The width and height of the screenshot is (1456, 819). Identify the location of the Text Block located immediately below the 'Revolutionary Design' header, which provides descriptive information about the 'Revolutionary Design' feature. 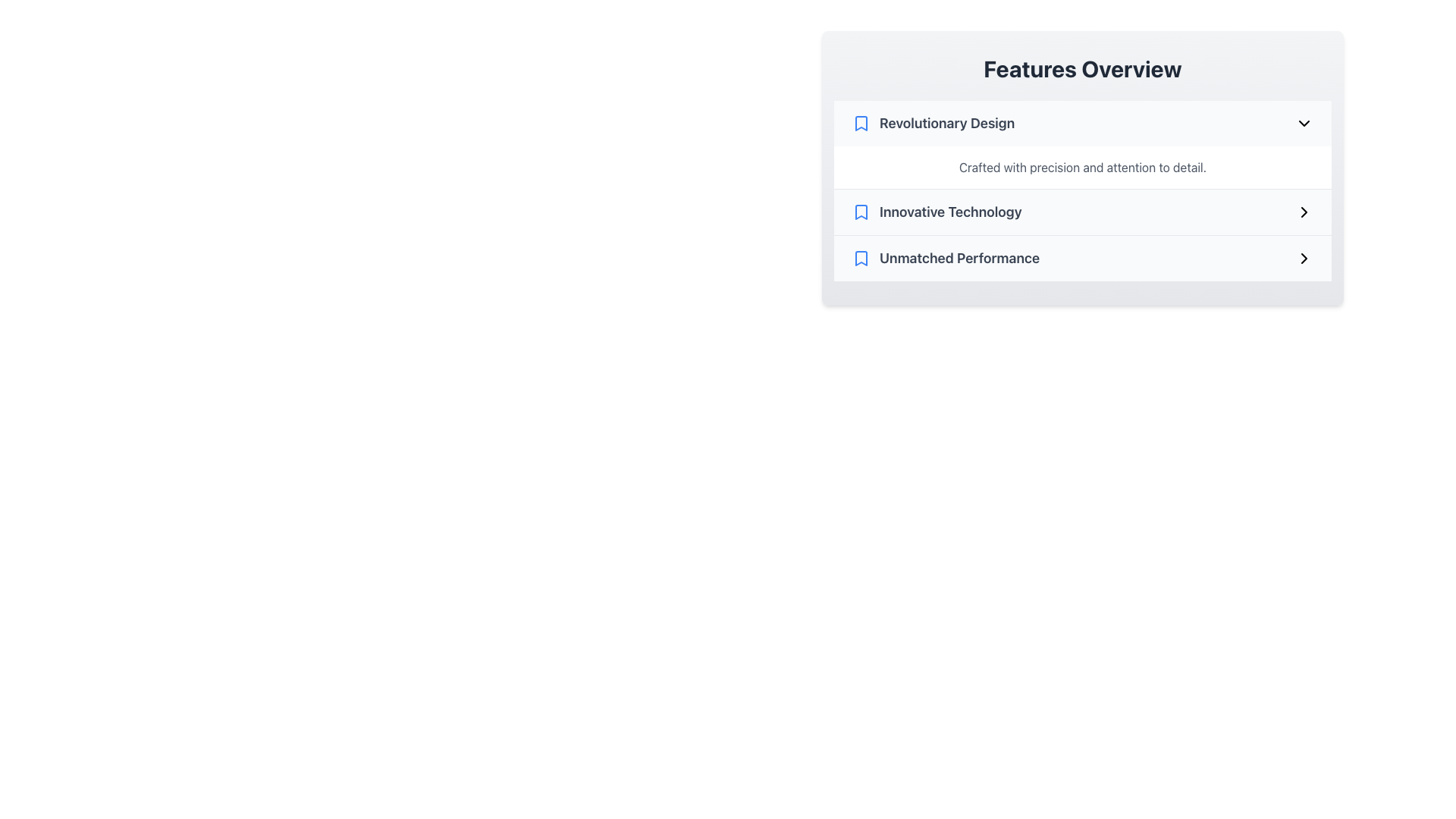
(1082, 167).